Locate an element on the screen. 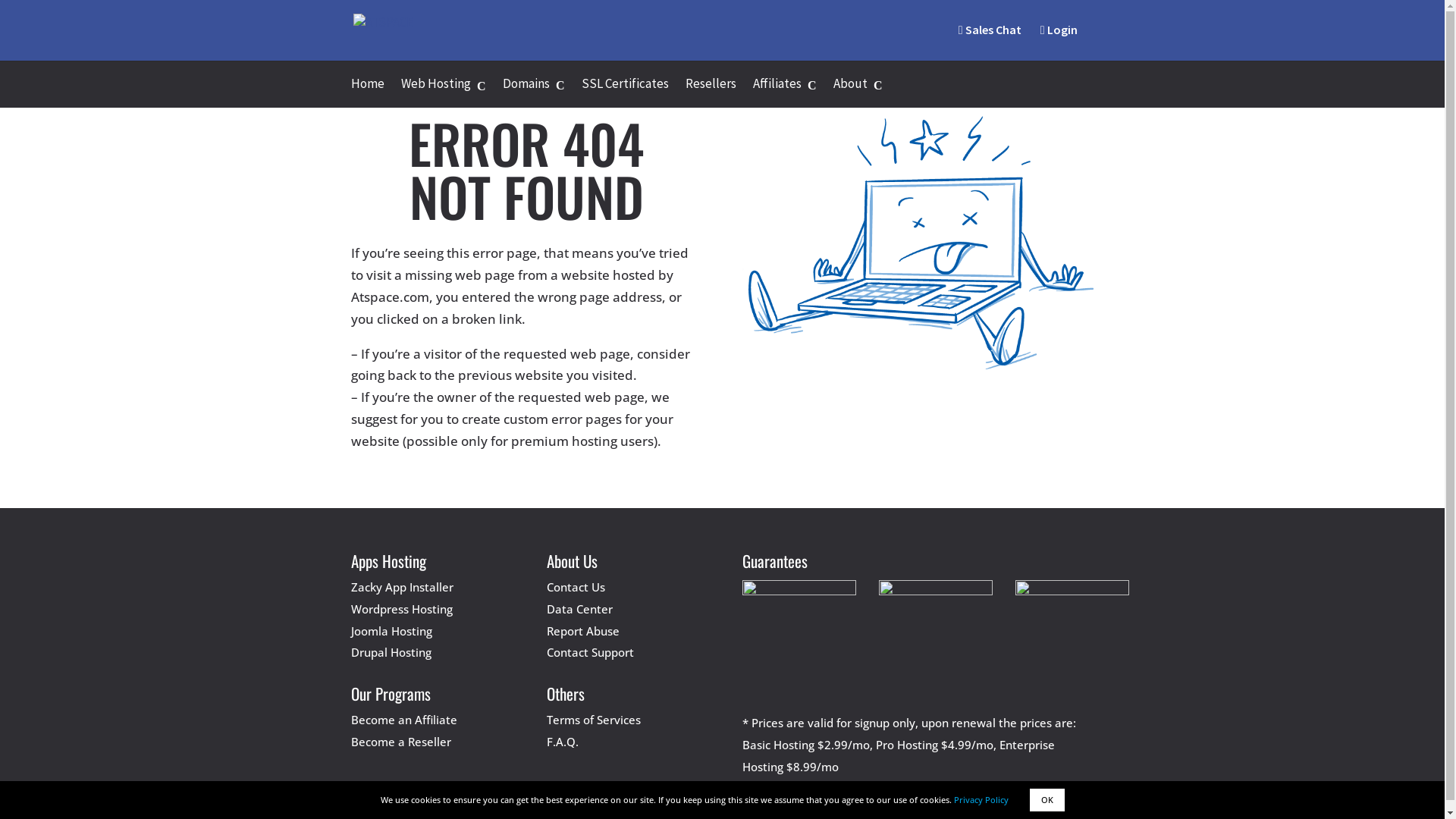 This screenshot has height=819, width=1456. 'F.A.Q.' is located at coordinates (562, 741).